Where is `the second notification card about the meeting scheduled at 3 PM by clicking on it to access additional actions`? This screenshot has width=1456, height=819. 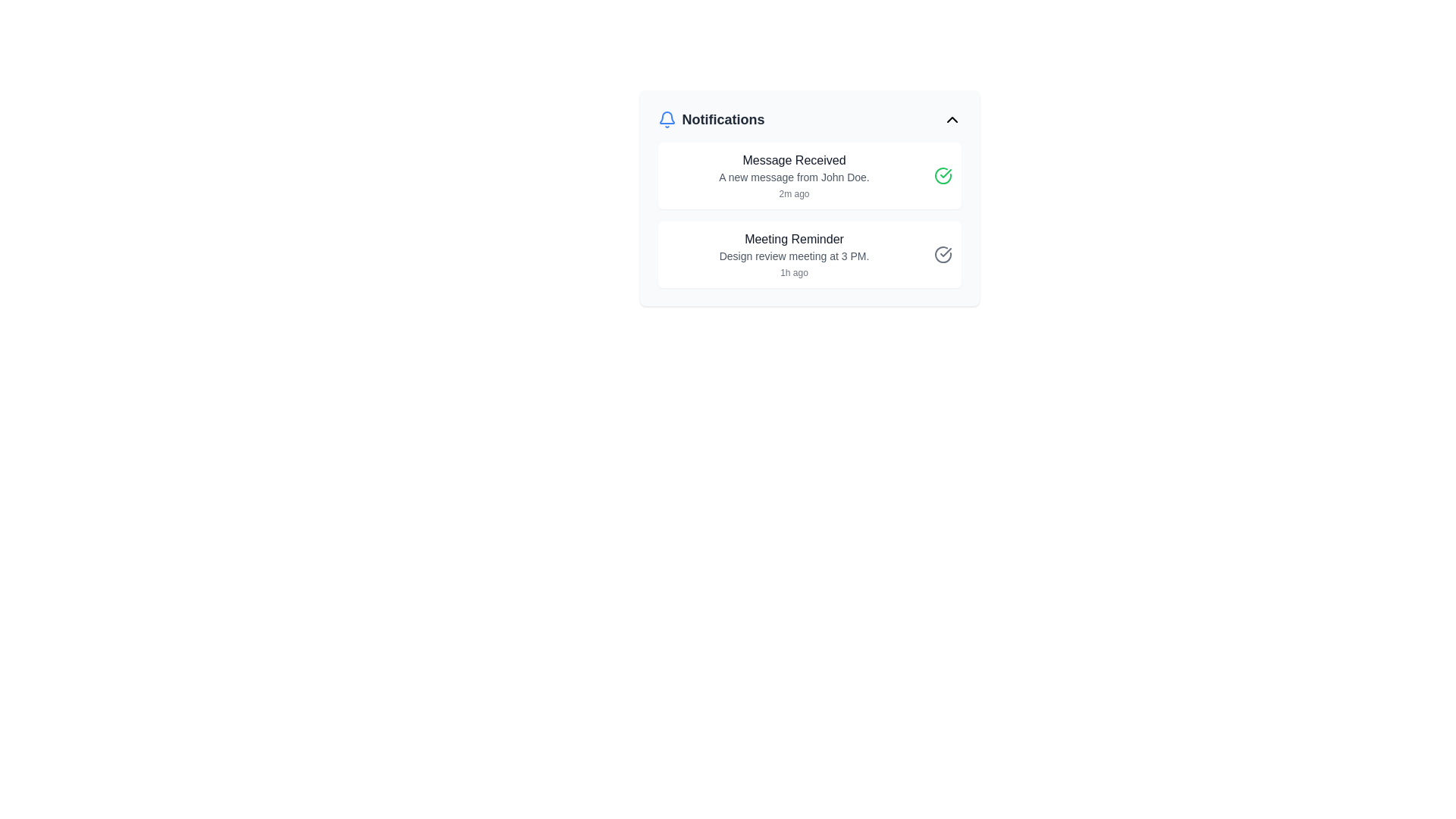 the second notification card about the meeting scheduled at 3 PM by clicking on it to access additional actions is located at coordinates (808, 253).